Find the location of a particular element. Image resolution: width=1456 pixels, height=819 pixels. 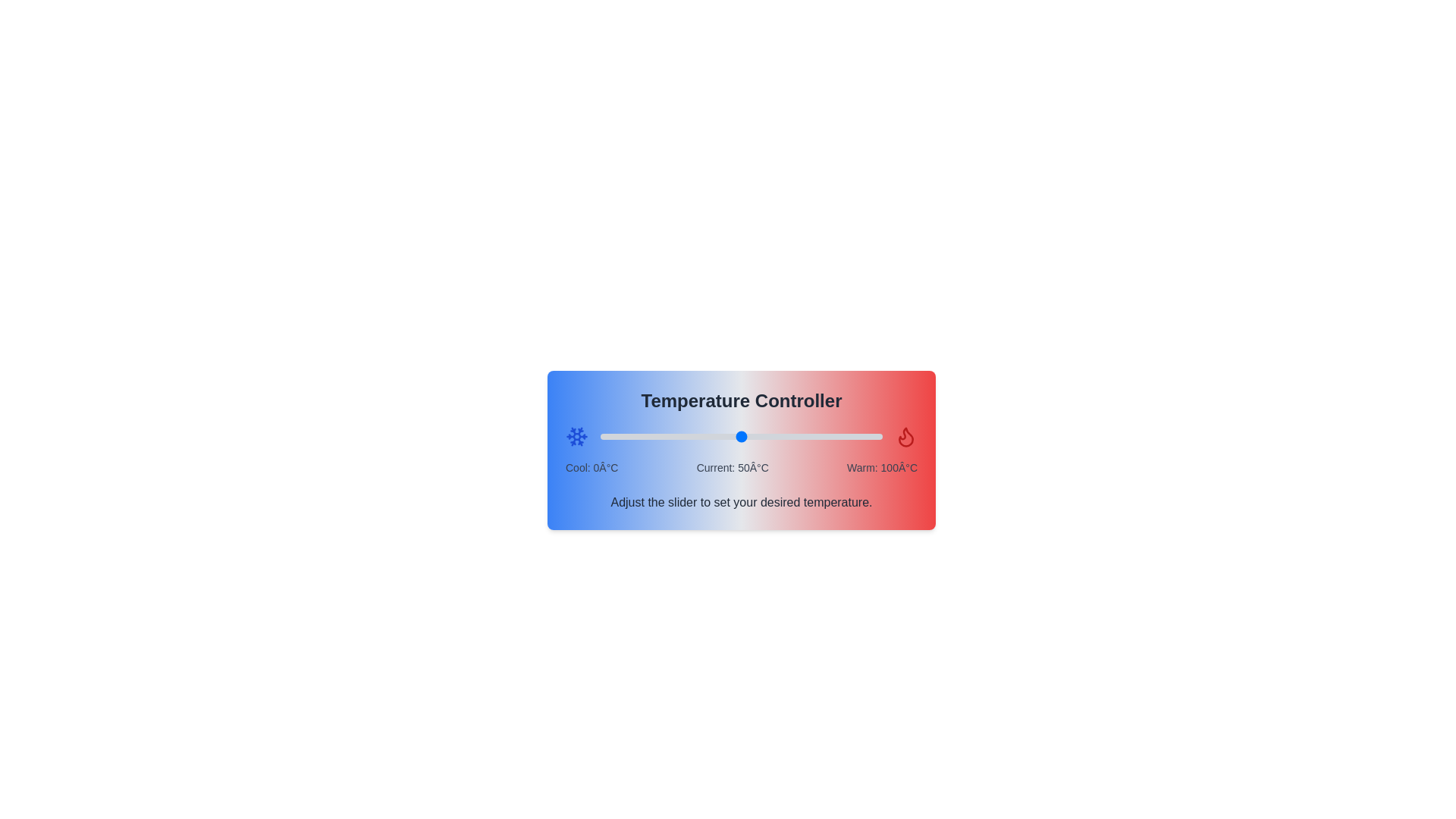

the temperature to 0°C by adjusting the slider is located at coordinates (600, 436).